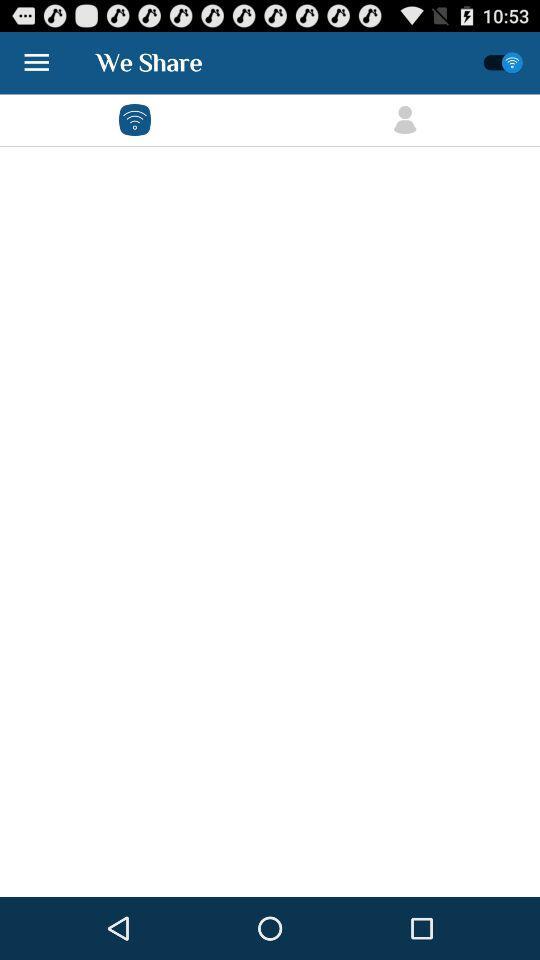  I want to click on the text written at top left of the page, so click(147, 62).